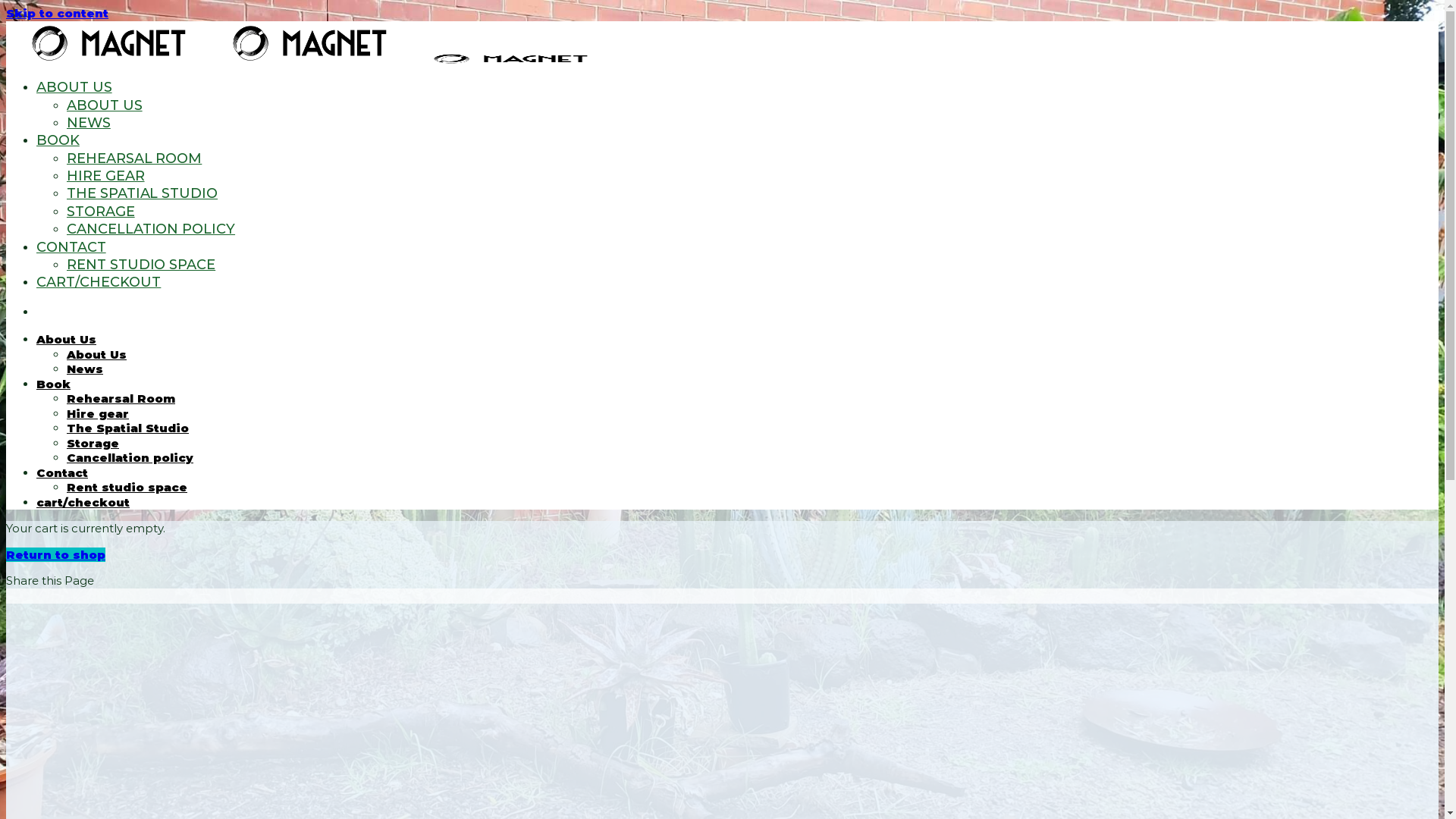  I want to click on 'About Us', so click(65, 354).